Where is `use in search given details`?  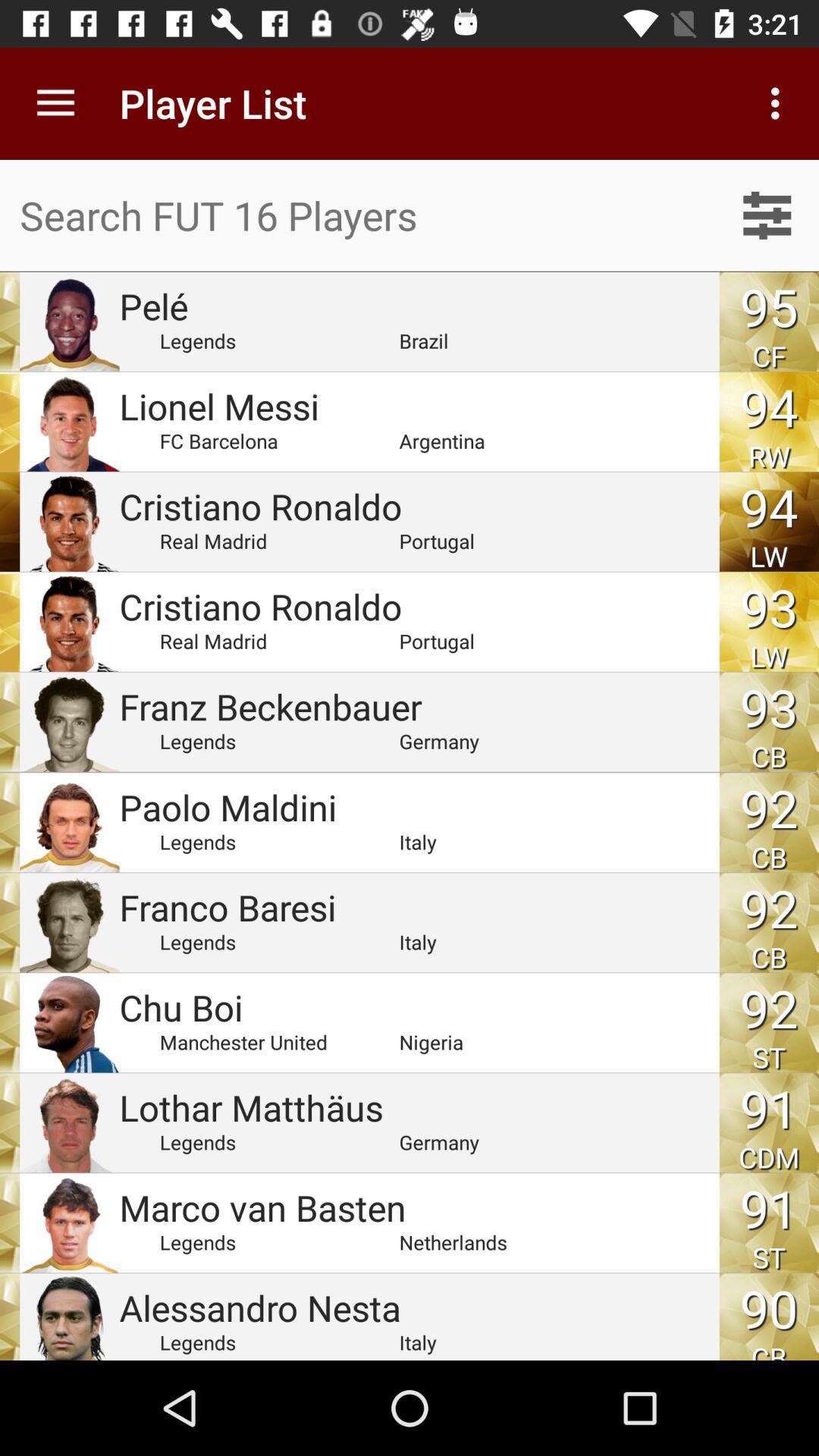 use in search given details is located at coordinates (767, 215).